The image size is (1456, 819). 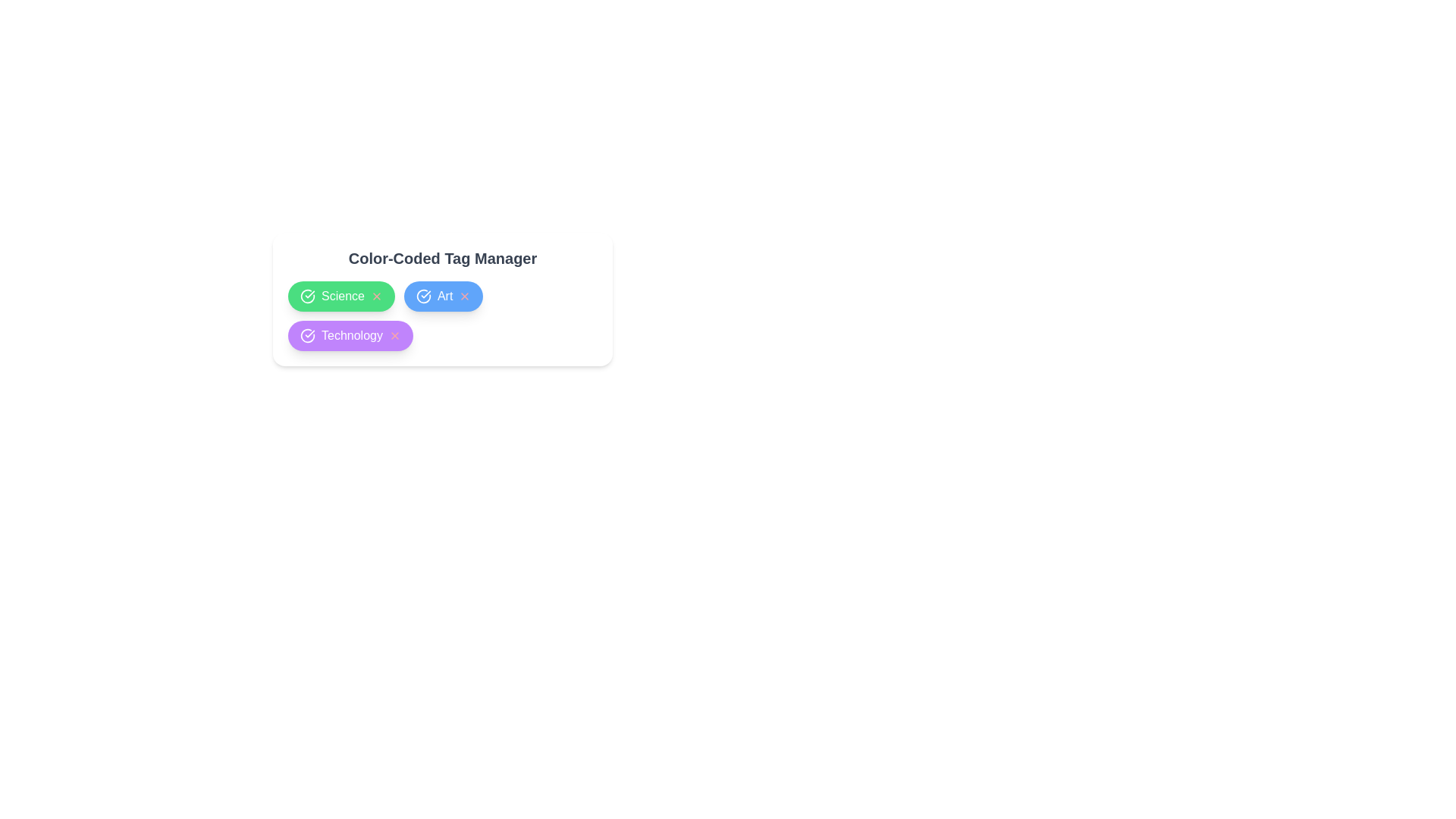 What do you see at coordinates (394, 335) in the screenshot?
I see `remove button (X) for the tag Technology` at bounding box center [394, 335].